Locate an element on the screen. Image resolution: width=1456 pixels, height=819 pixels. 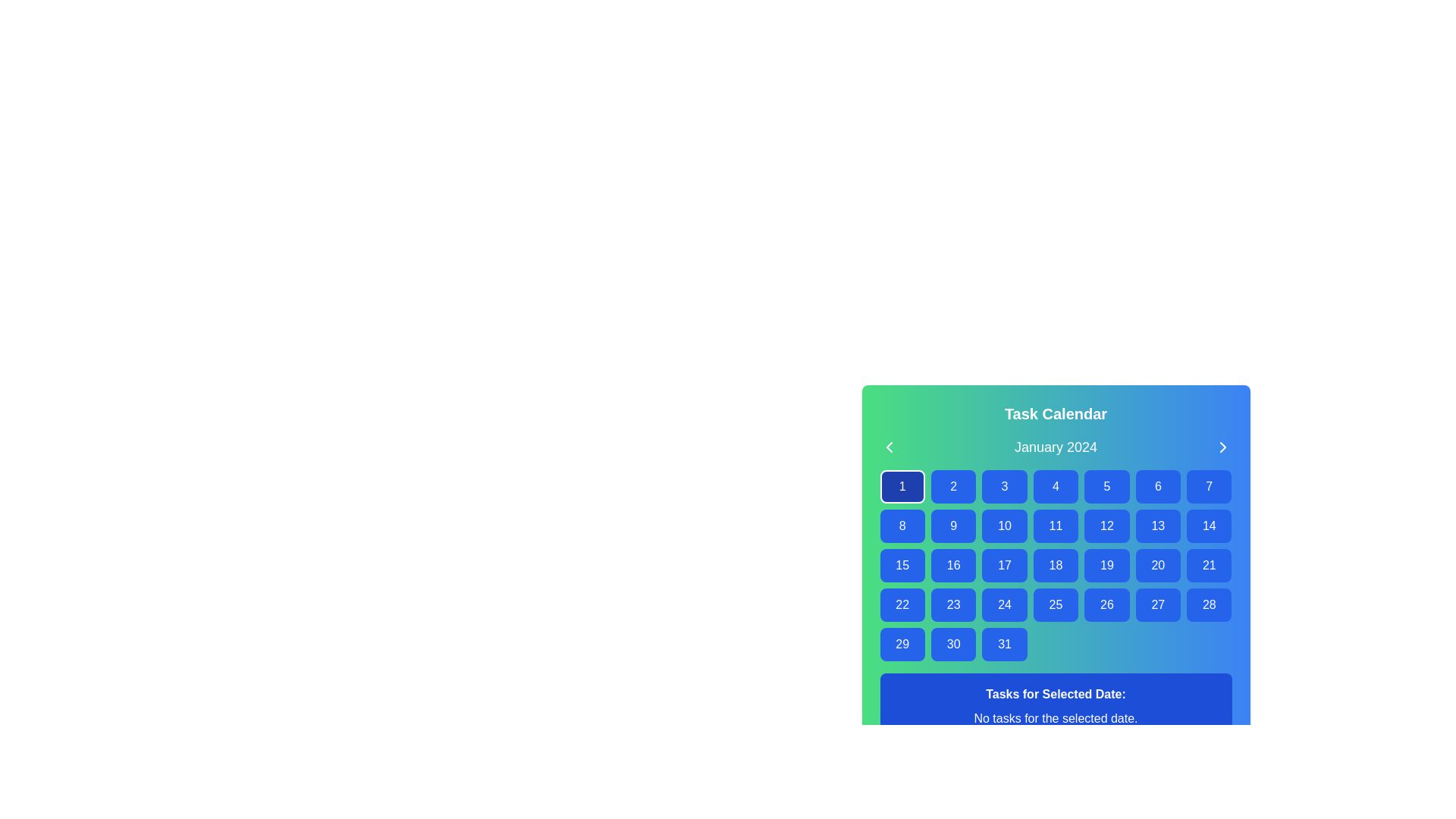
the navigation icon button located in the top-right section of the 'Task Calendar' UI to switch to the next calendar view is located at coordinates (1222, 447).